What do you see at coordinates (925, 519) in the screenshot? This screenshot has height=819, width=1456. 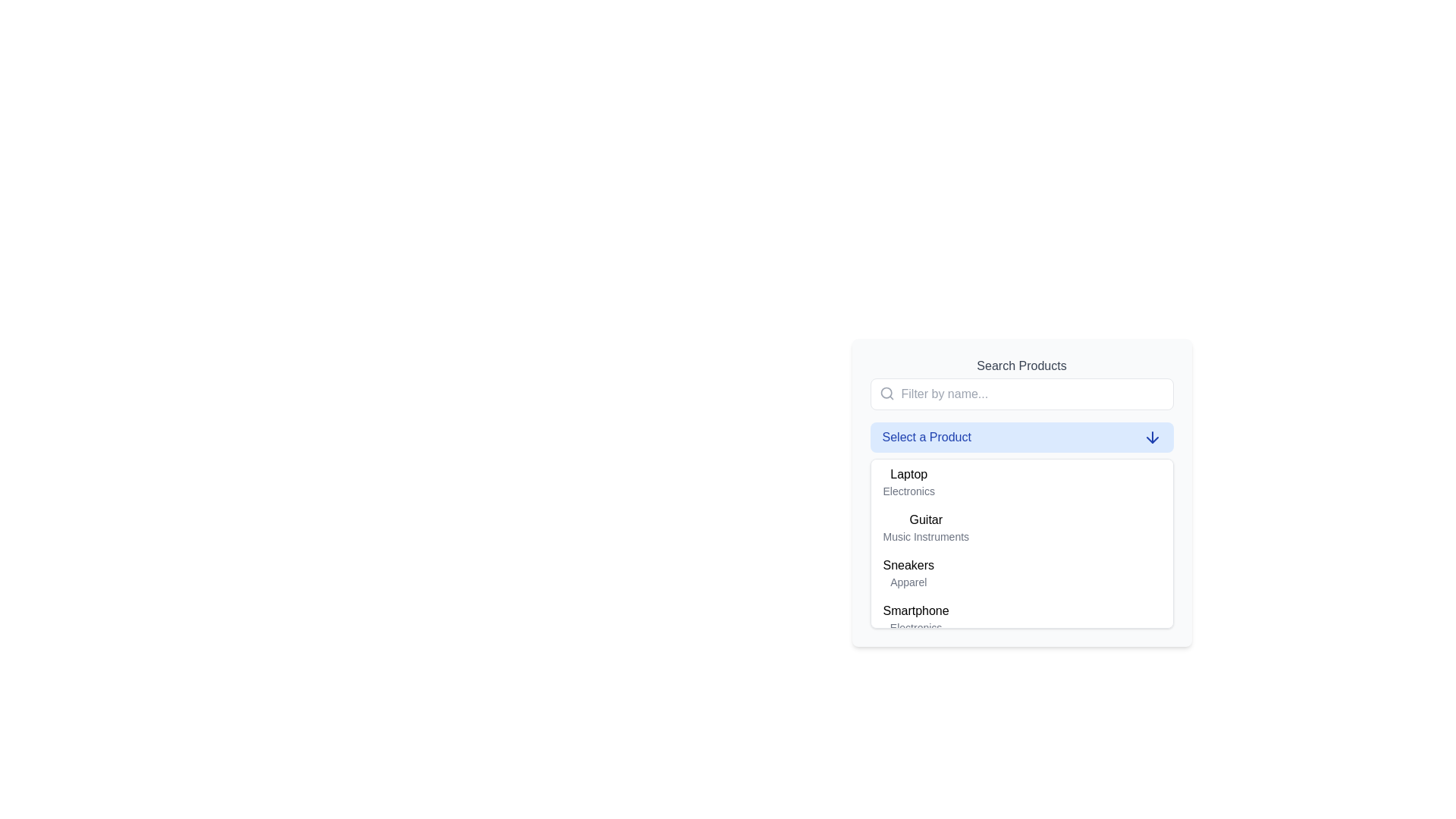 I see `the 'Guitar' text label in the dropdown list under 'Select a Product'` at bounding box center [925, 519].